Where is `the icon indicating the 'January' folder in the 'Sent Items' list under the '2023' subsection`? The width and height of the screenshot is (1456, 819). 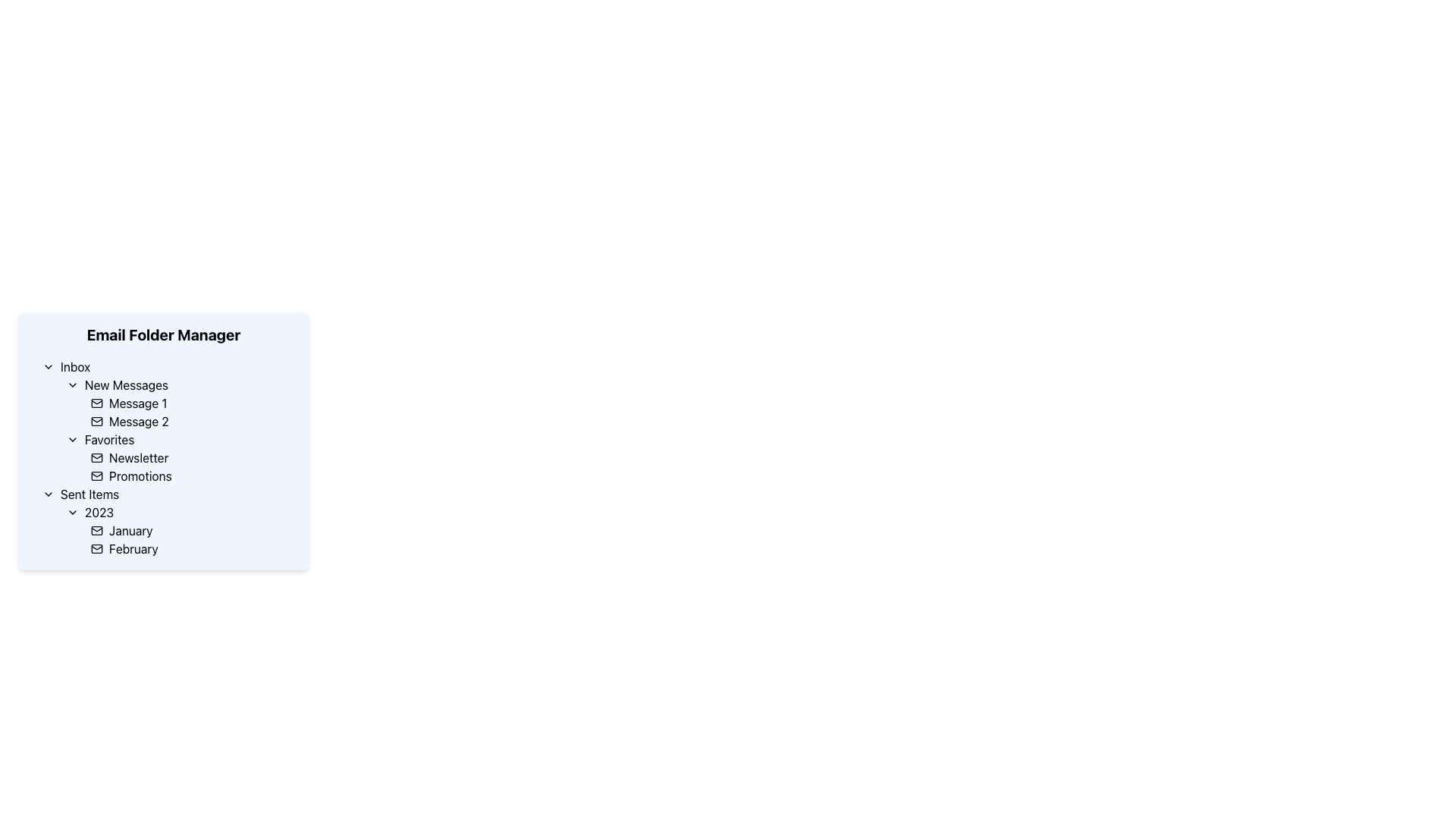 the icon indicating the 'January' folder in the 'Sent Items' list under the '2023' subsection is located at coordinates (96, 529).